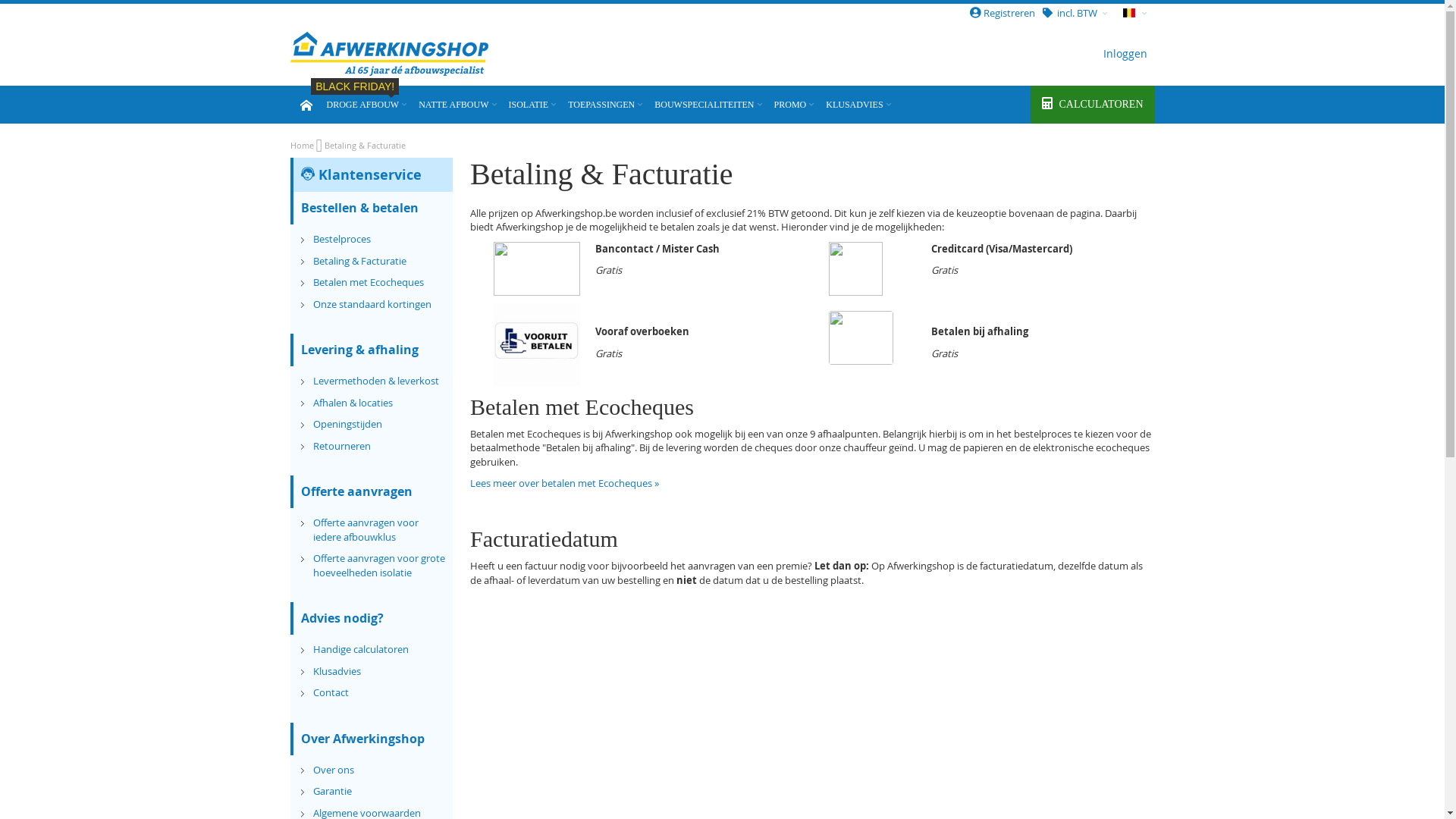  What do you see at coordinates (375, 379) in the screenshot?
I see `'Levermethoden & leverkost'` at bounding box center [375, 379].